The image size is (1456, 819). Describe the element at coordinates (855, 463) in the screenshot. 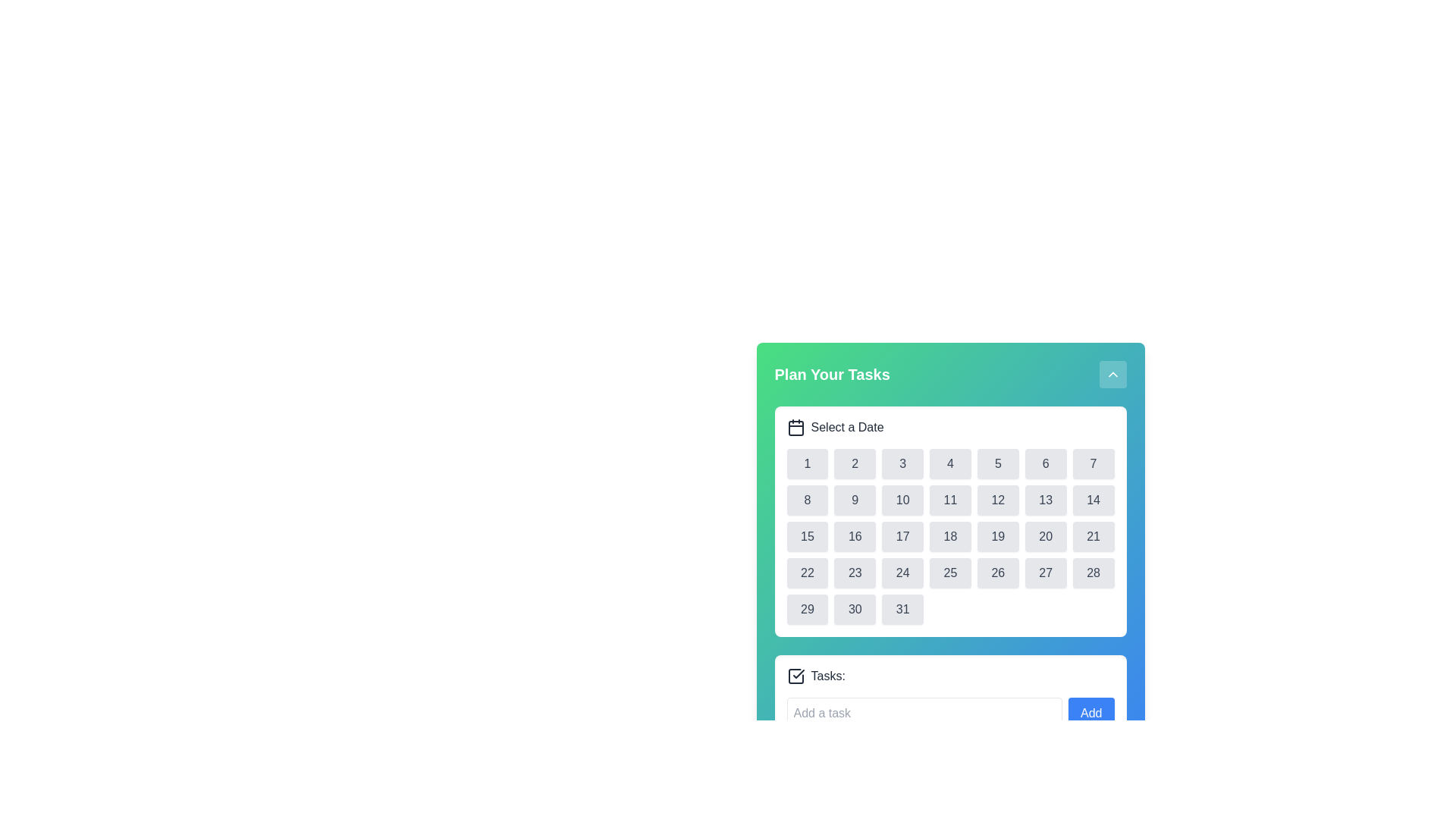

I see `the square button displaying the number '2' with a light gray background located in the calendar grid under the 'Select a Date' title` at that location.